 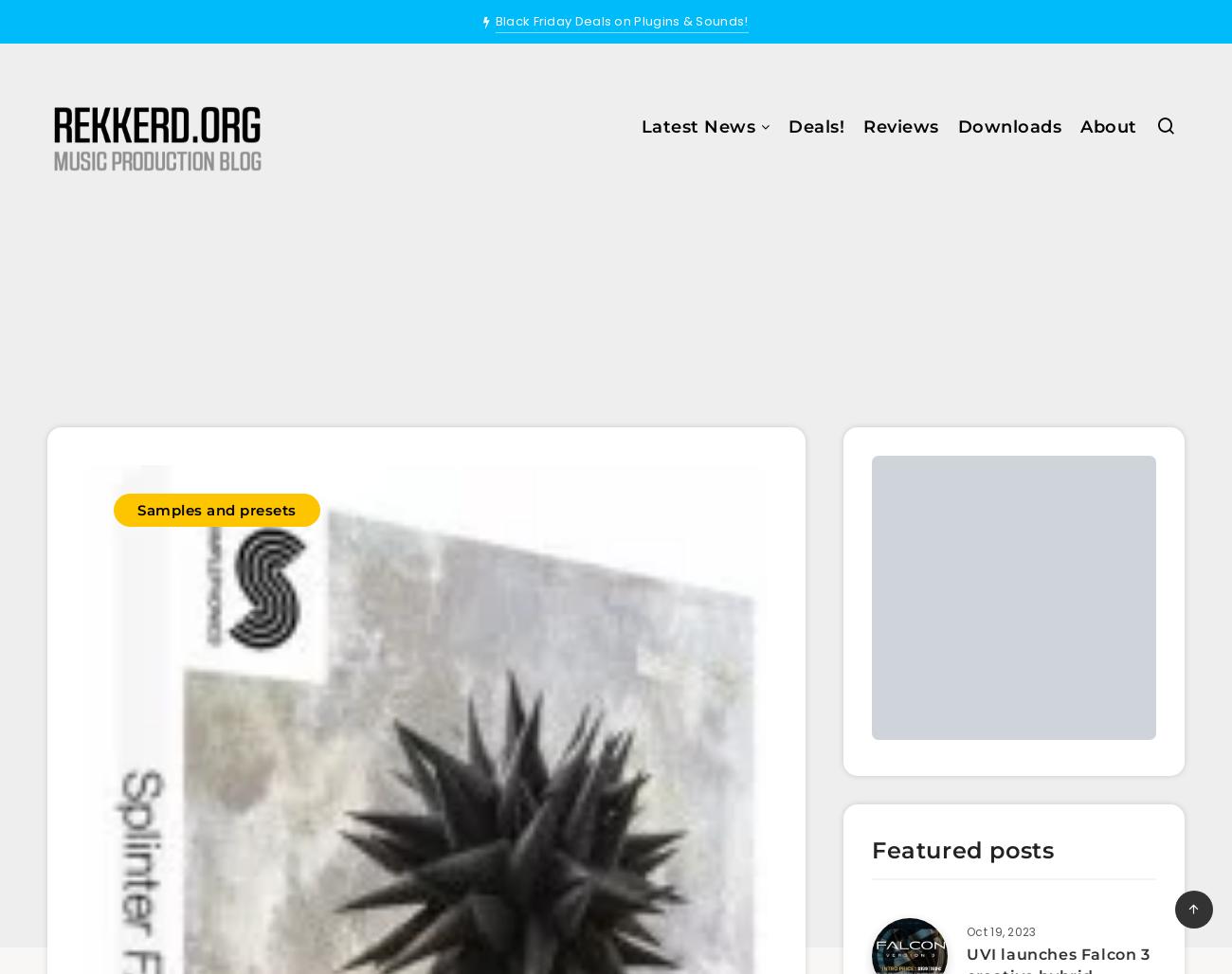 I want to click on 'Downloads', so click(x=1008, y=127).